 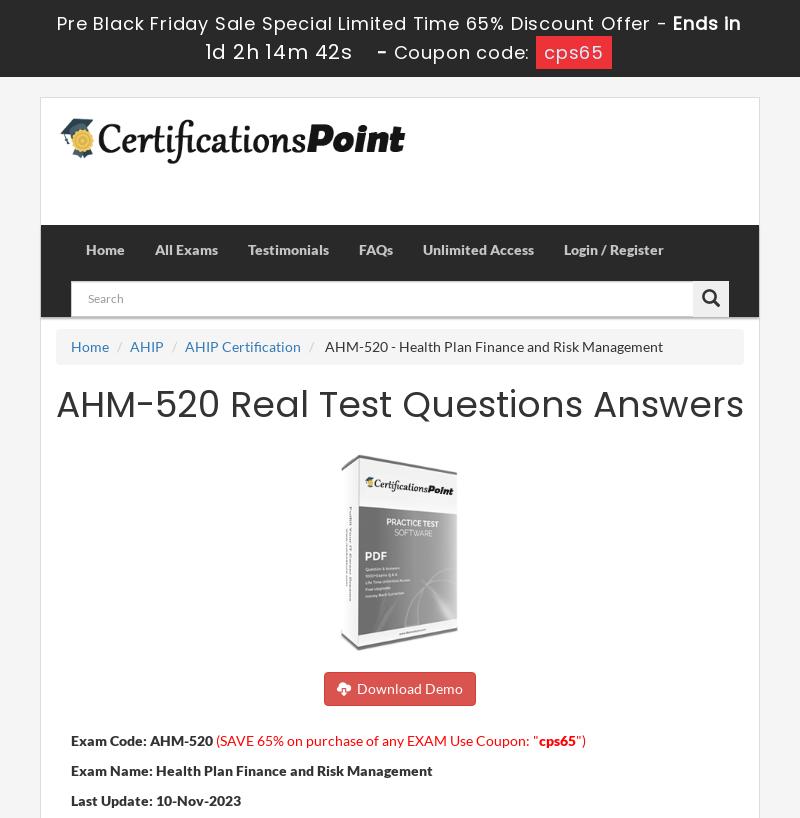 What do you see at coordinates (70, 738) in the screenshot?
I see `'Exam Code: AHM-520'` at bounding box center [70, 738].